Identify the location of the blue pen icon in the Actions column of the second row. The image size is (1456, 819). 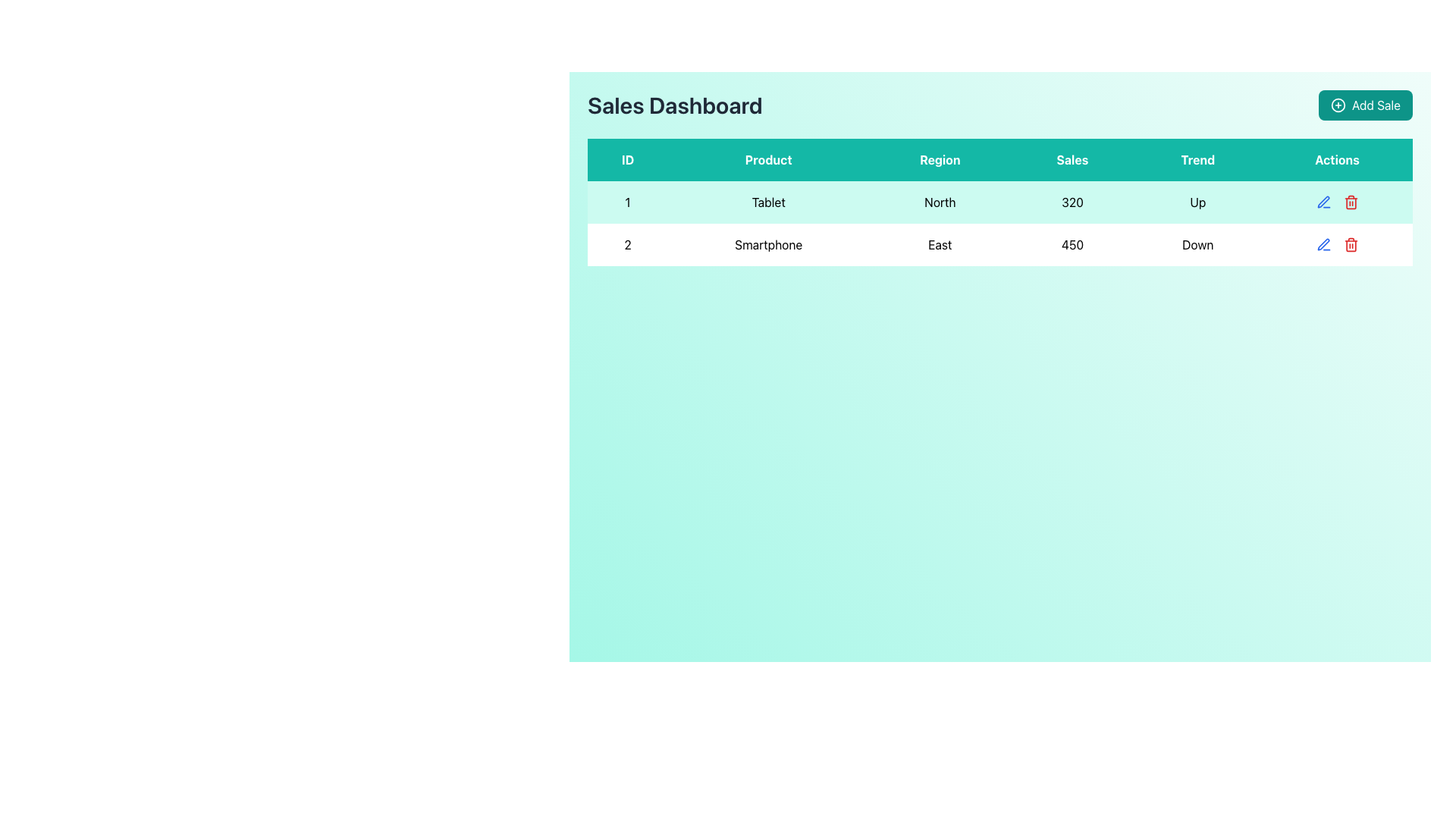
(1323, 201).